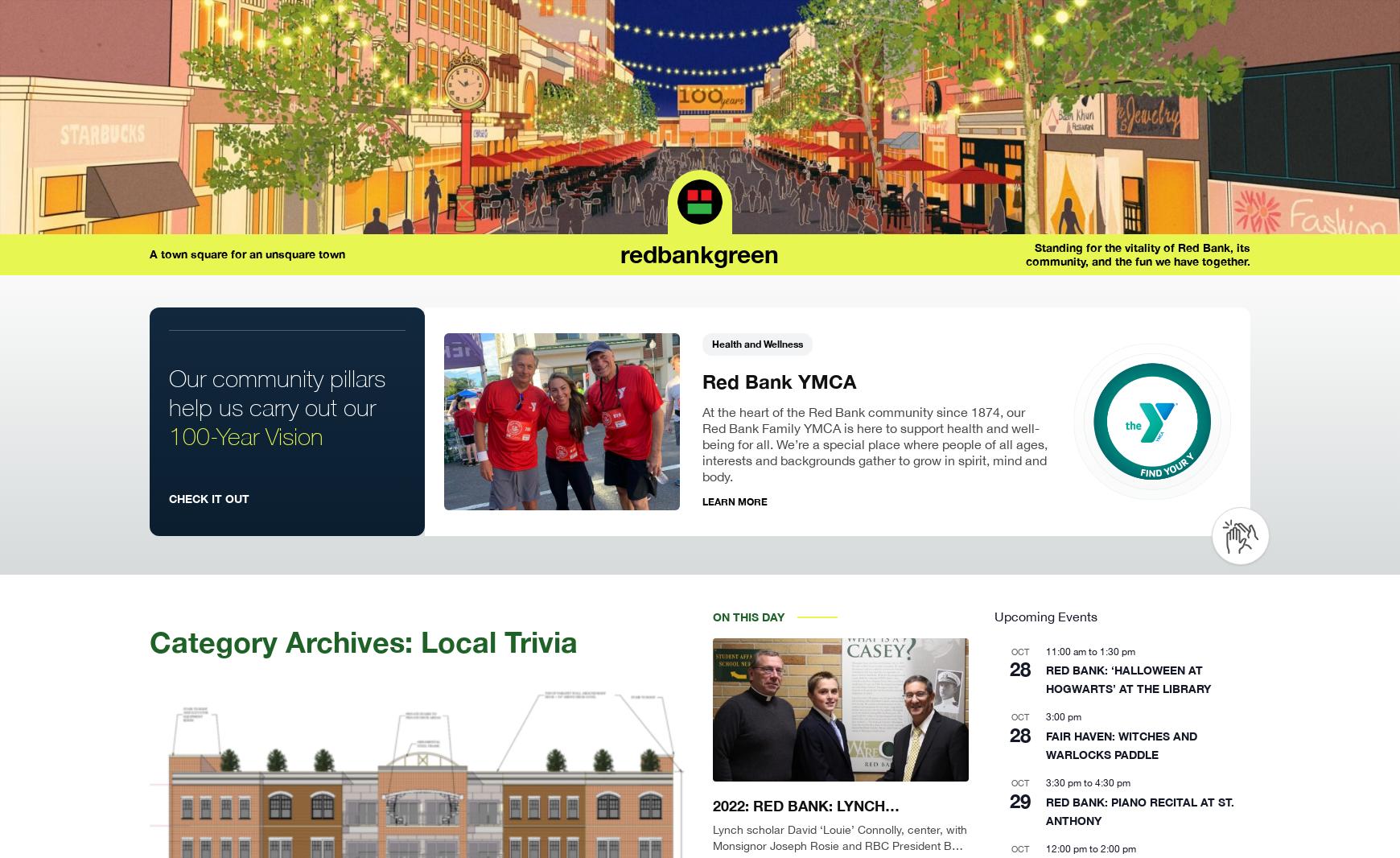 The height and width of the screenshot is (858, 1400). I want to click on 'Local Trivia', so click(498, 640).